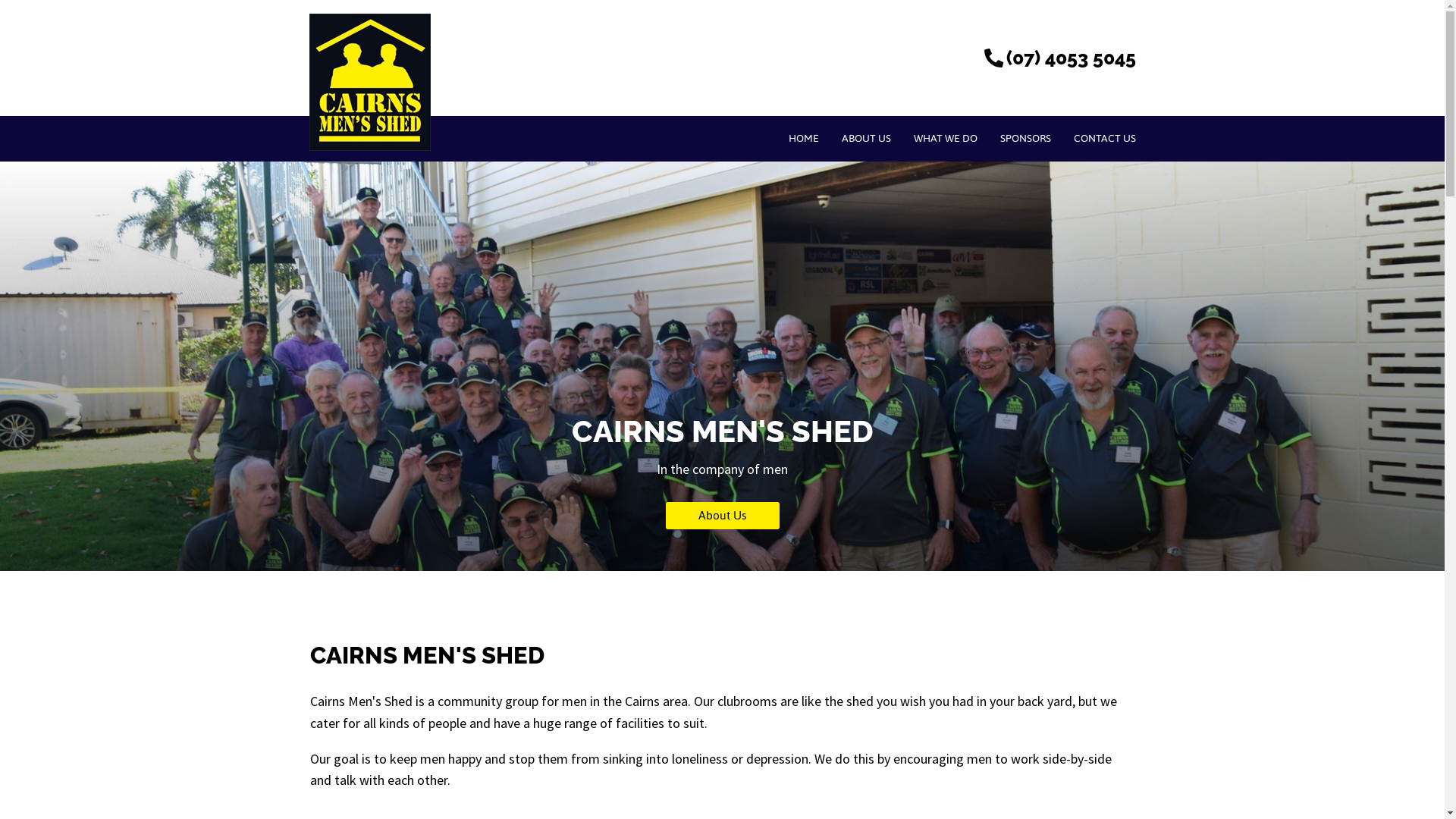 Image resolution: width=1456 pixels, height=819 pixels. Describe the element at coordinates (945, 138) in the screenshot. I see `'WHAT WE DO'` at that location.